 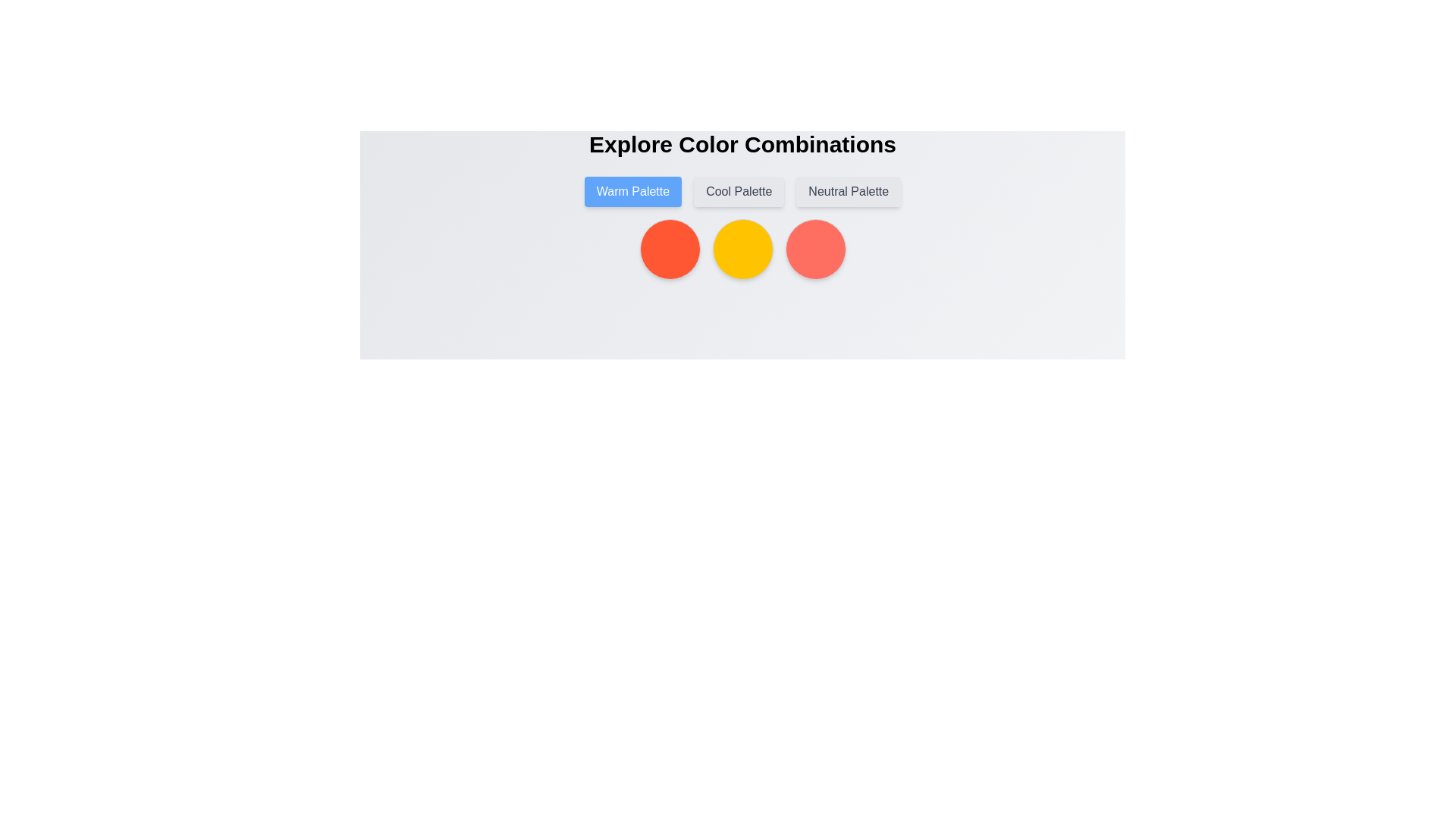 I want to click on the rightmost button in the horizontal group below the title 'Explore Color Combinations', so click(x=847, y=191).